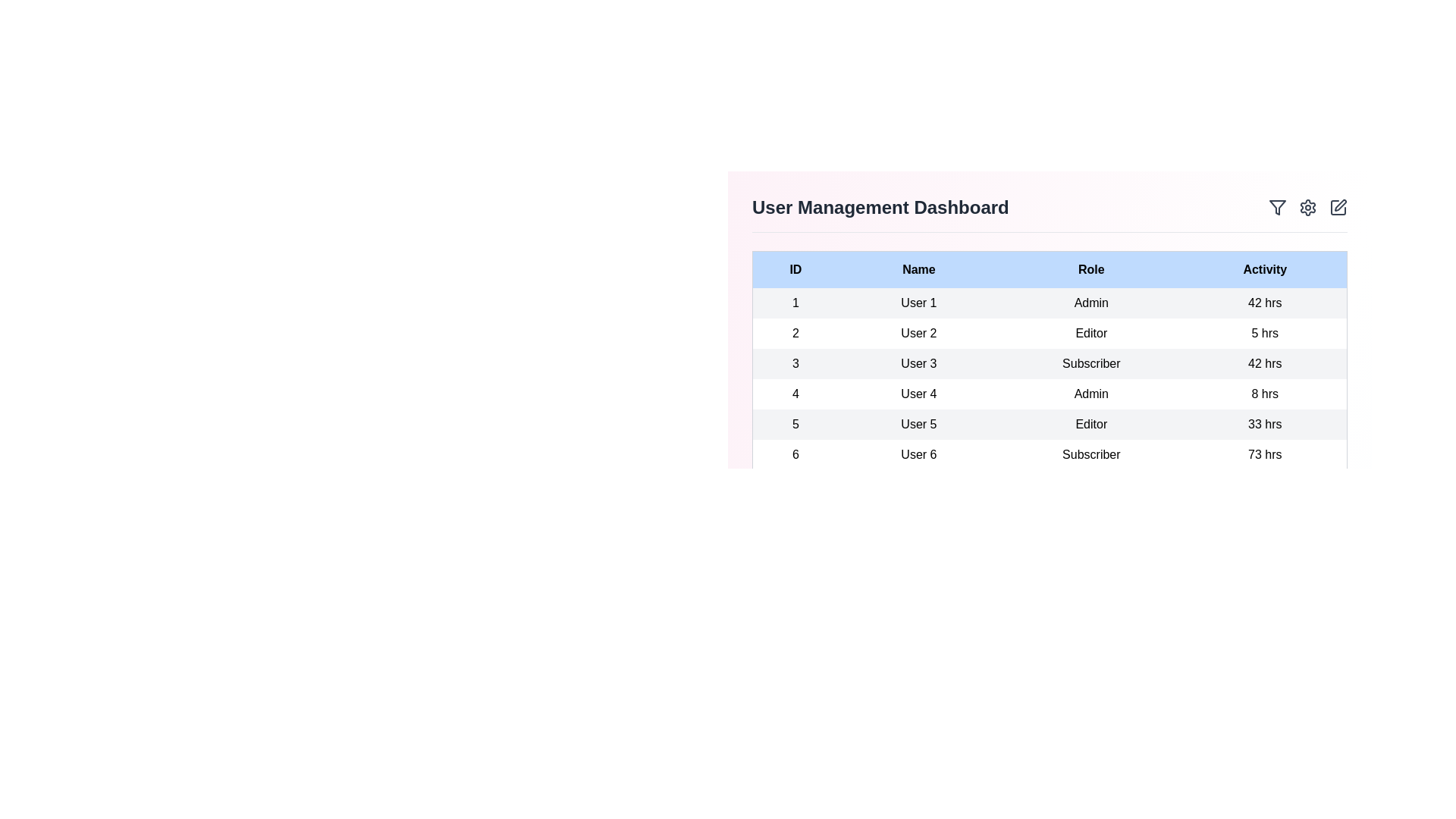 The image size is (1456, 819). I want to click on the header ID to sort the table by that column, so click(795, 268).